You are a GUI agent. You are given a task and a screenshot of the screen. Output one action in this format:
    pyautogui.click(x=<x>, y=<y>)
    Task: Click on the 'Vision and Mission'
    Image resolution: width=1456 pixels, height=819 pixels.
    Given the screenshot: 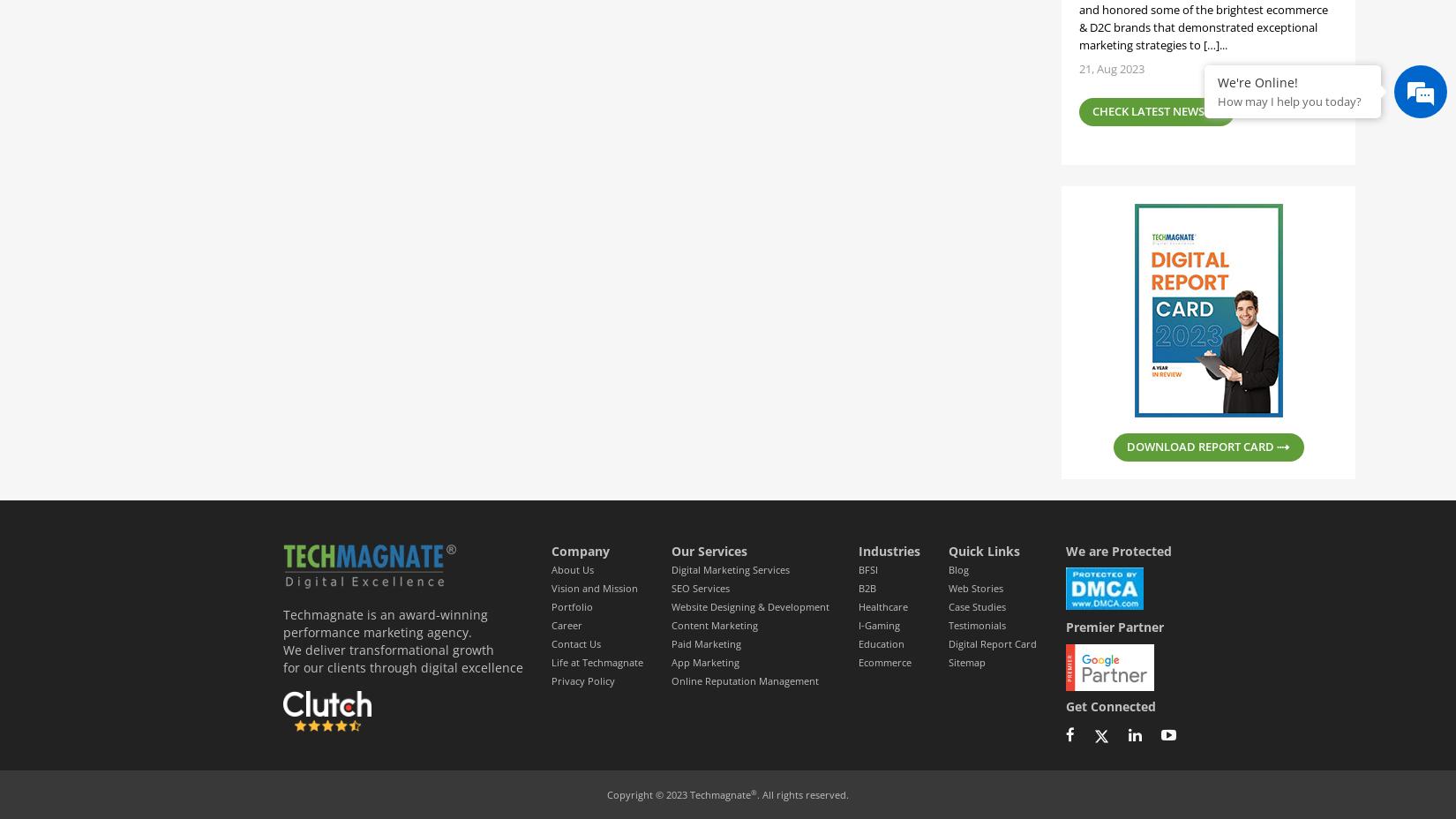 What is the action you would take?
    pyautogui.click(x=594, y=588)
    